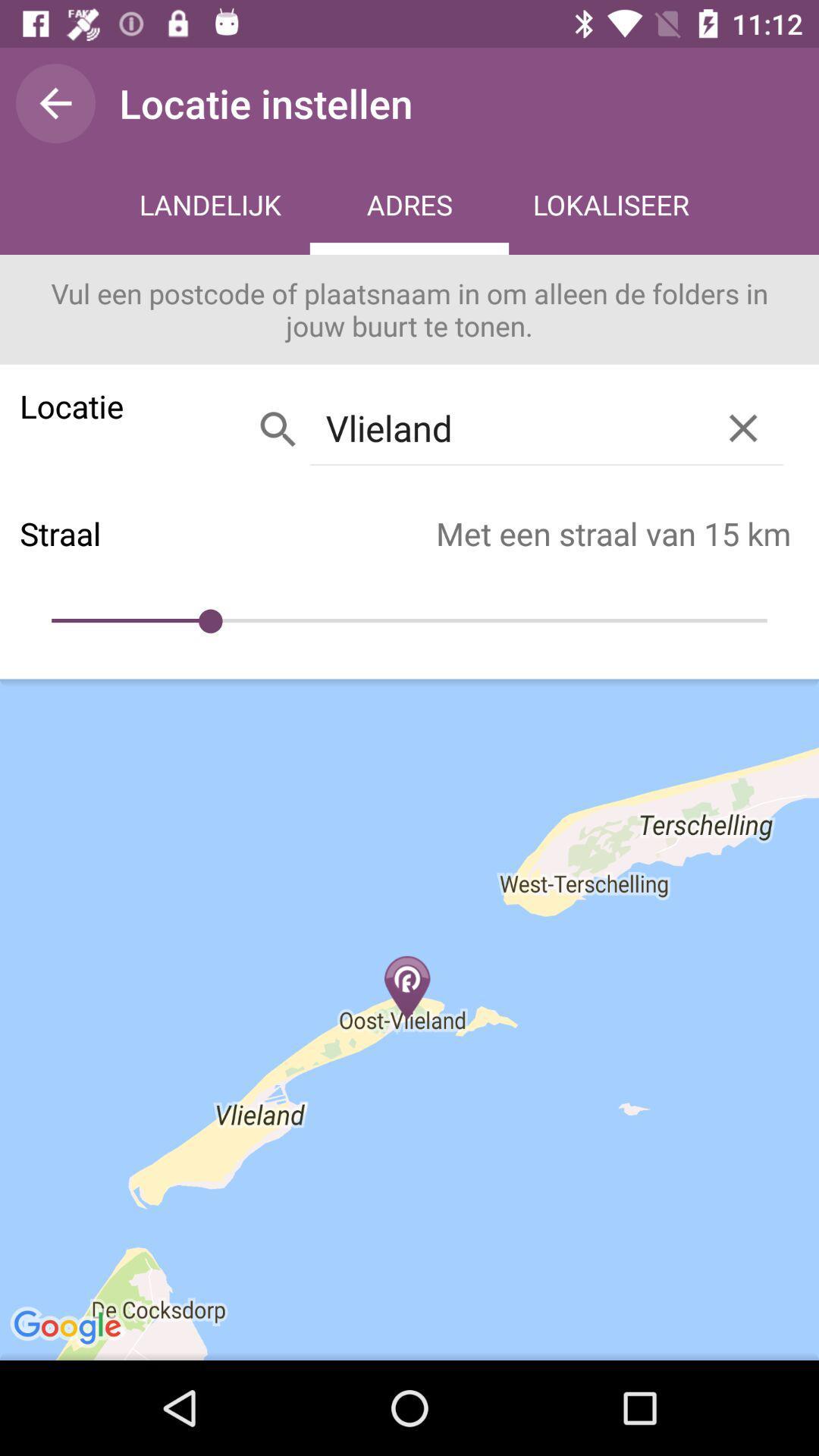  What do you see at coordinates (742, 427) in the screenshot?
I see `the close icon` at bounding box center [742, 427].